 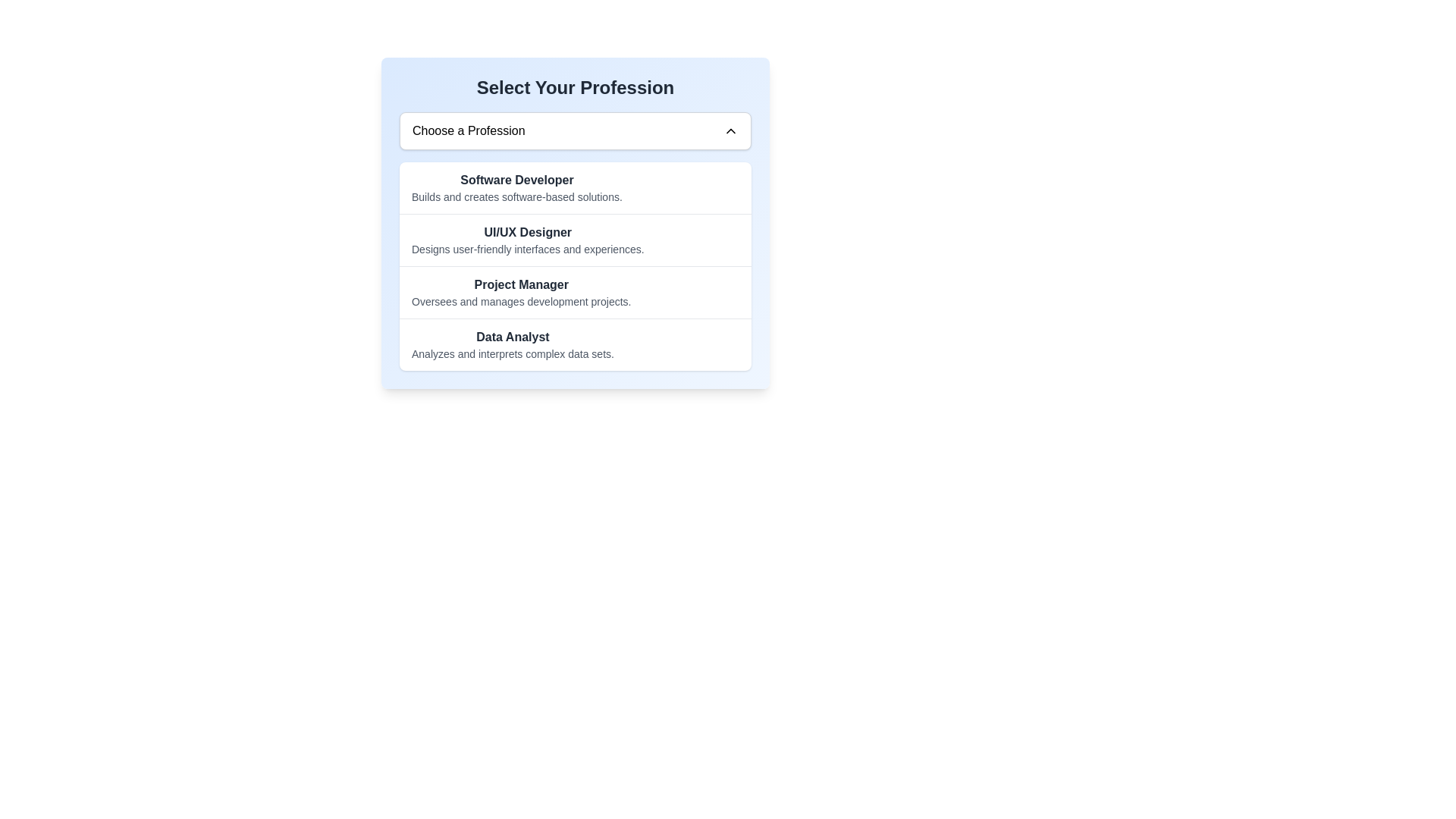 I want to click on the first list item labeled 'Software Developer', so click(x=574, y=187).